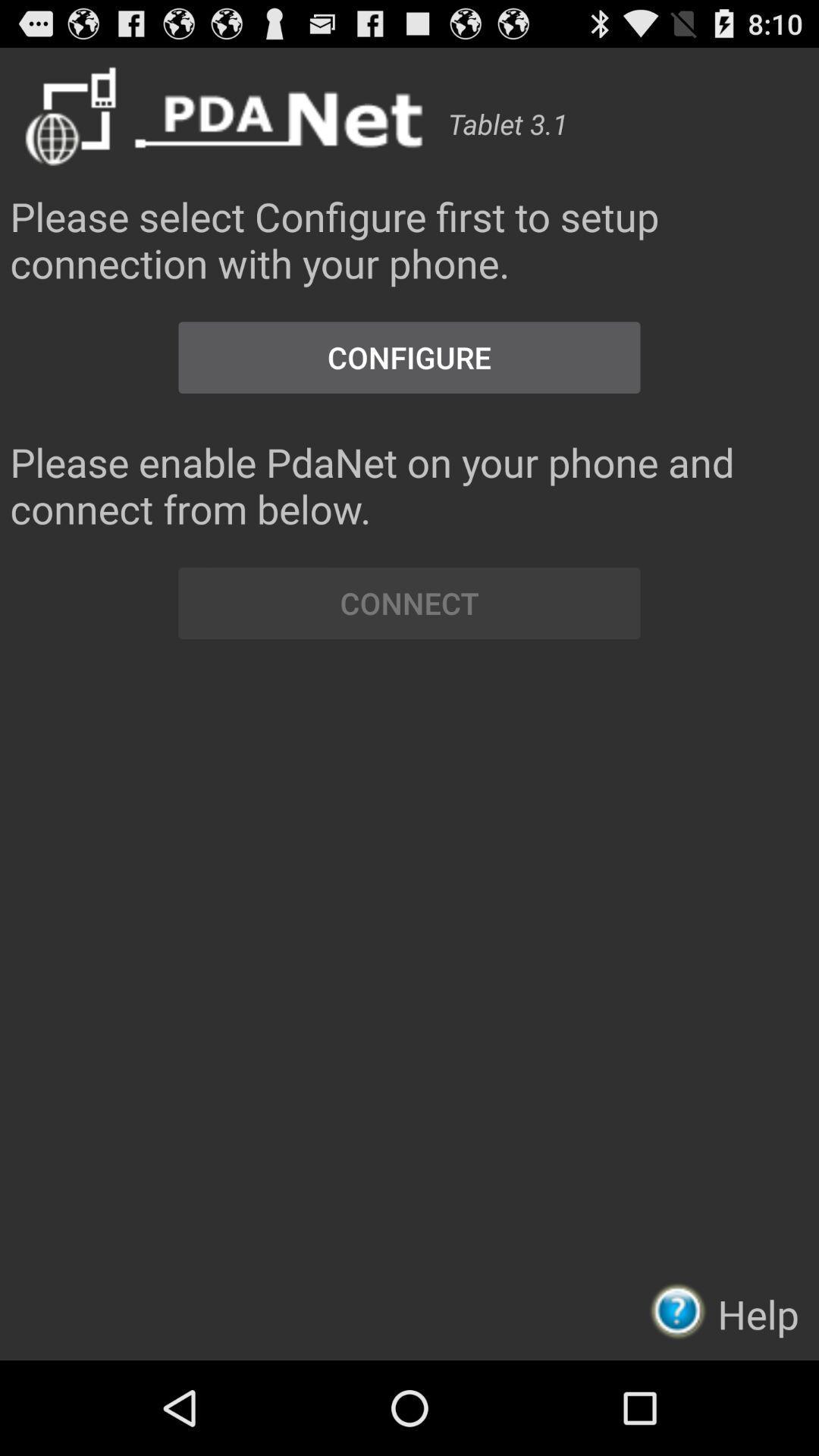  What do you see at coordinates (682, 1310) in the screenshot?
I see `app to the left of help app` at bounding box center [682, 1310].